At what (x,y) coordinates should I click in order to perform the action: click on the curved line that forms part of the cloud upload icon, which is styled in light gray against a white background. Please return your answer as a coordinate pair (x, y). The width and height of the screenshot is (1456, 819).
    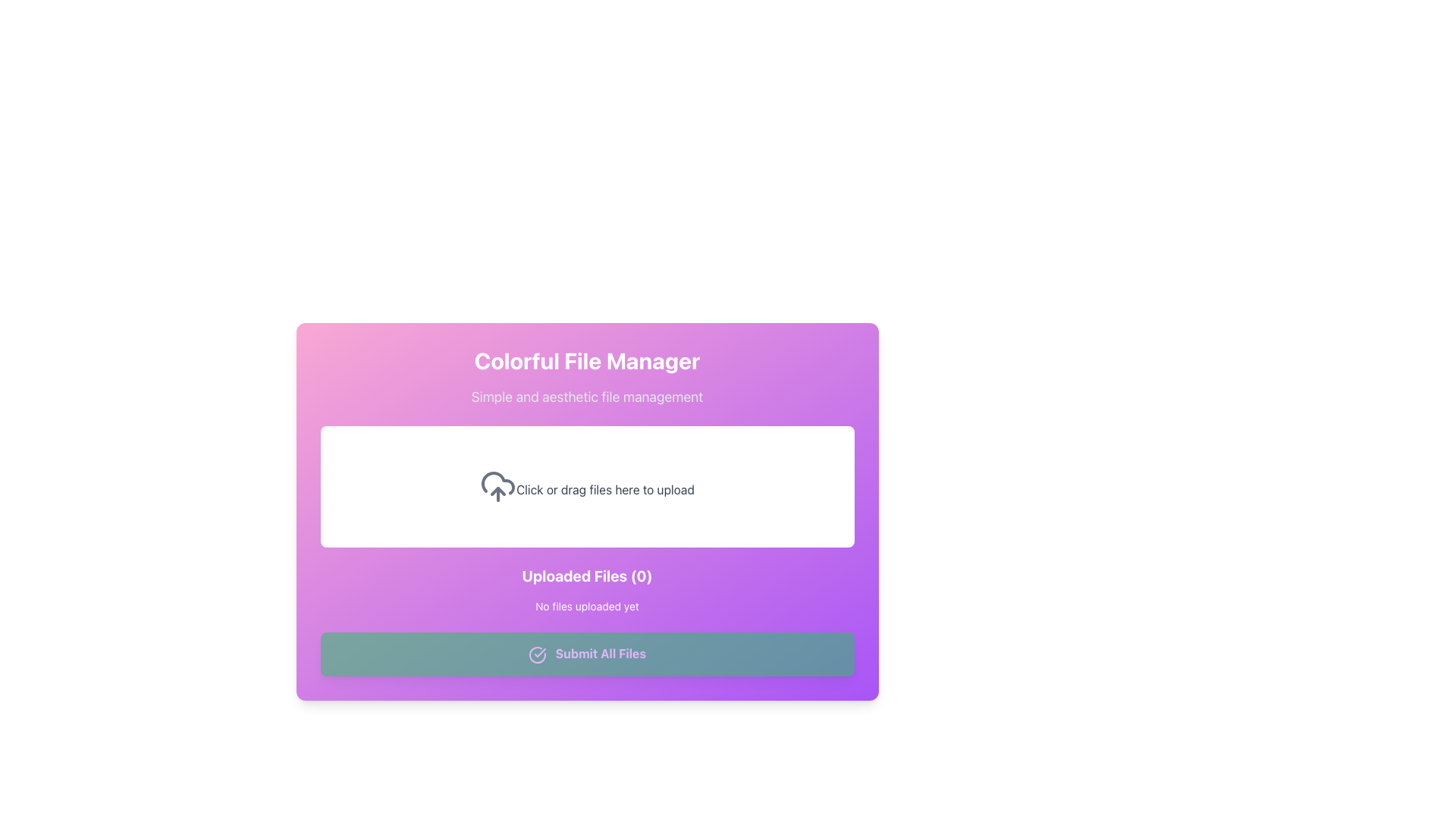
    Looking at the image, I should click on (498, 483).